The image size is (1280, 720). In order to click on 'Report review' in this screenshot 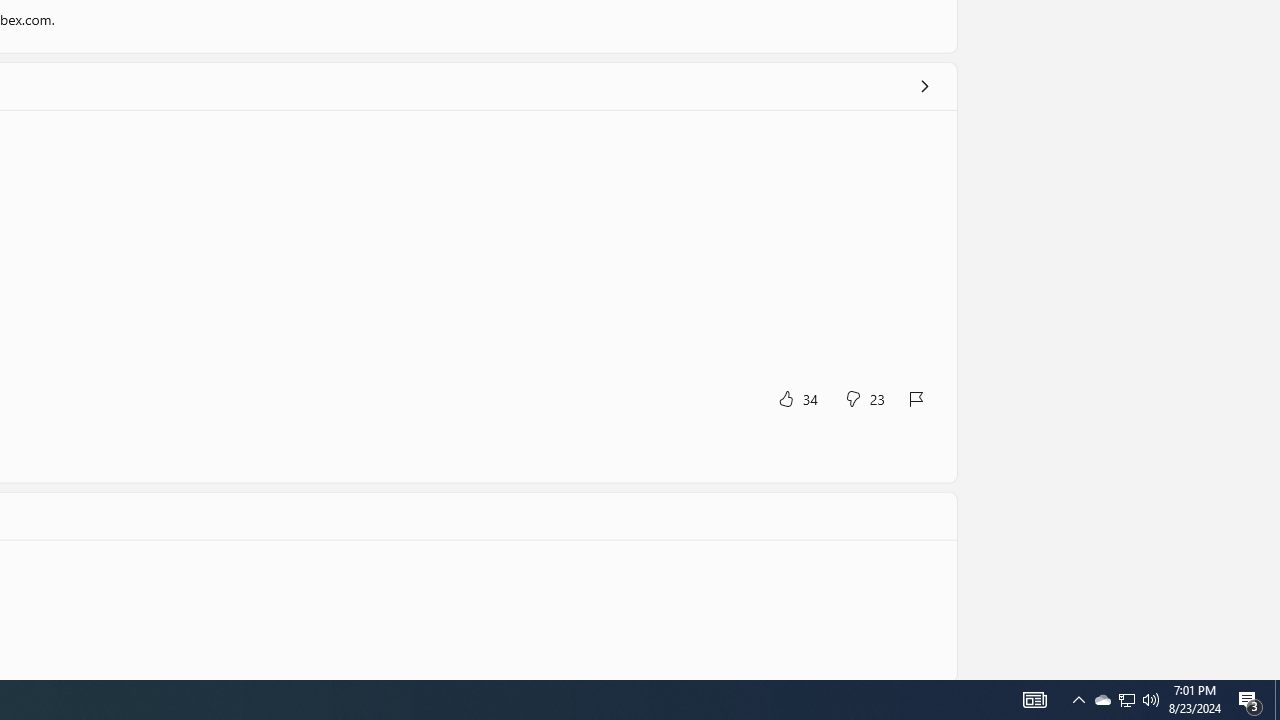, I will do `click(916, 398)`.